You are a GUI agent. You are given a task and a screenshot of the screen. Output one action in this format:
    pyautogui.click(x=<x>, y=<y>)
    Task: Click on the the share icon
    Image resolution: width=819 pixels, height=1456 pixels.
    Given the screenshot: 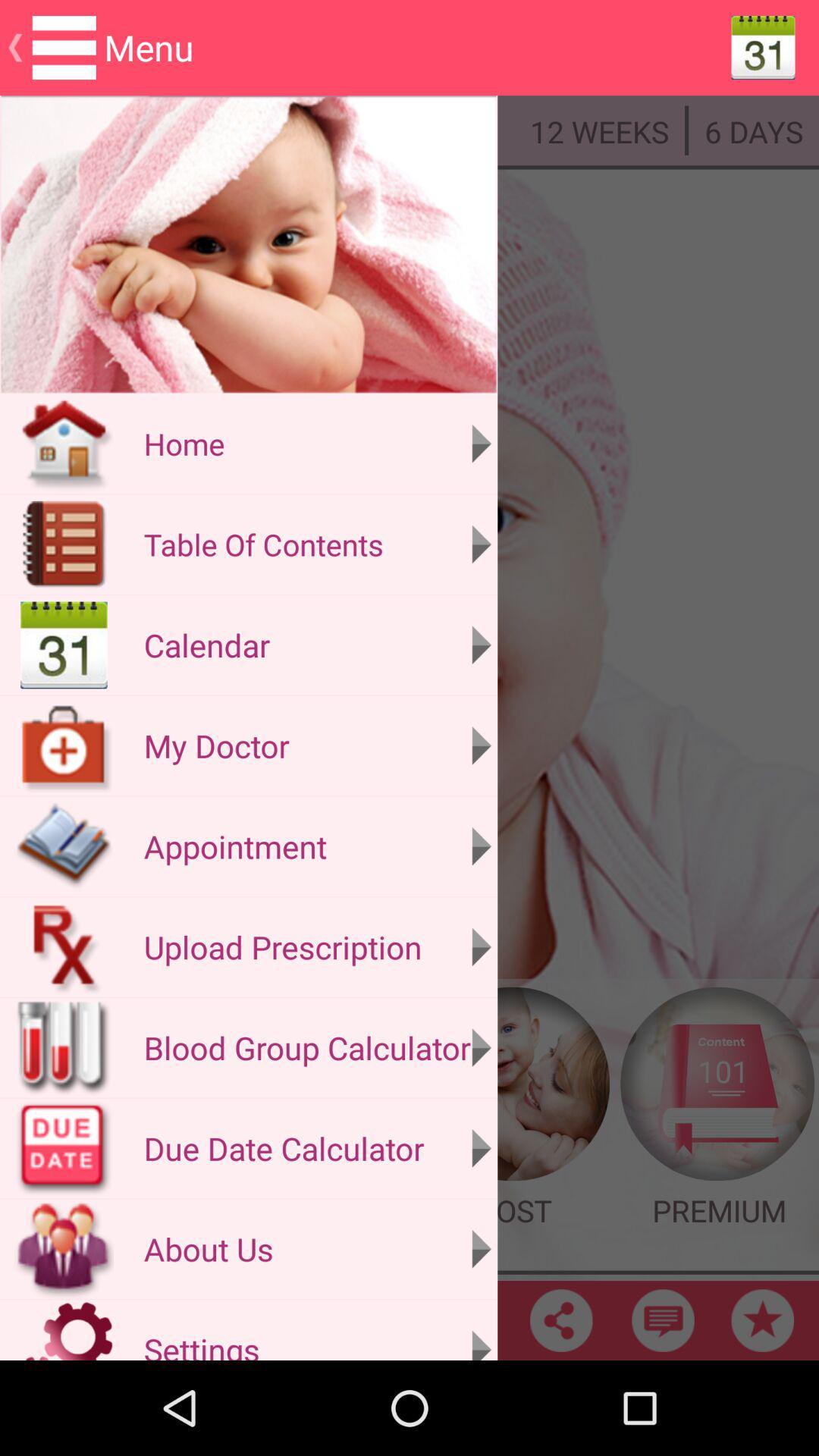 What is the action you would take?
    pyautogui.click(x=561, y=1412)
    